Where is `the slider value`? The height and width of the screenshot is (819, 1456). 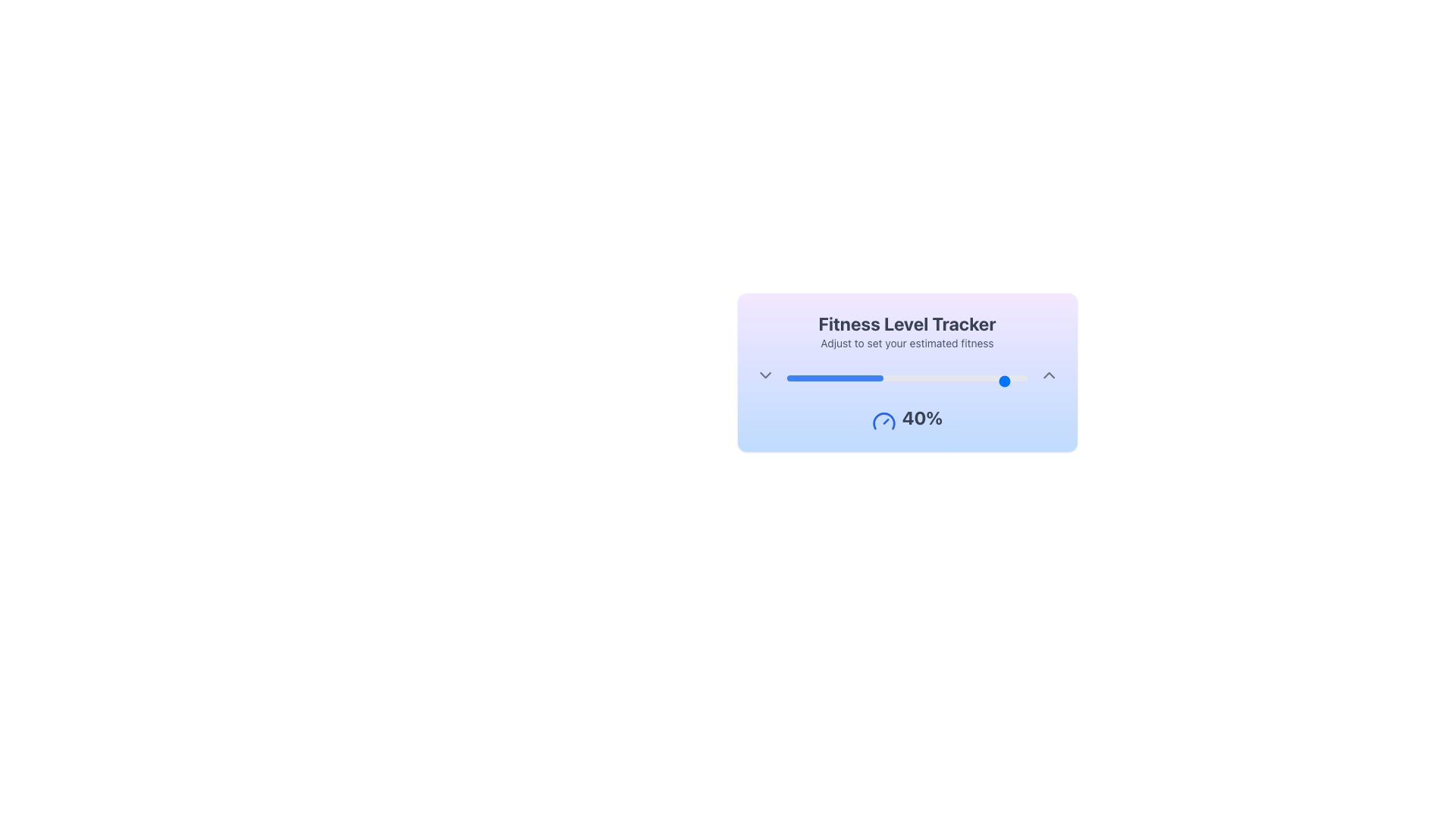 the slider value is located at coordinates (937, 375).